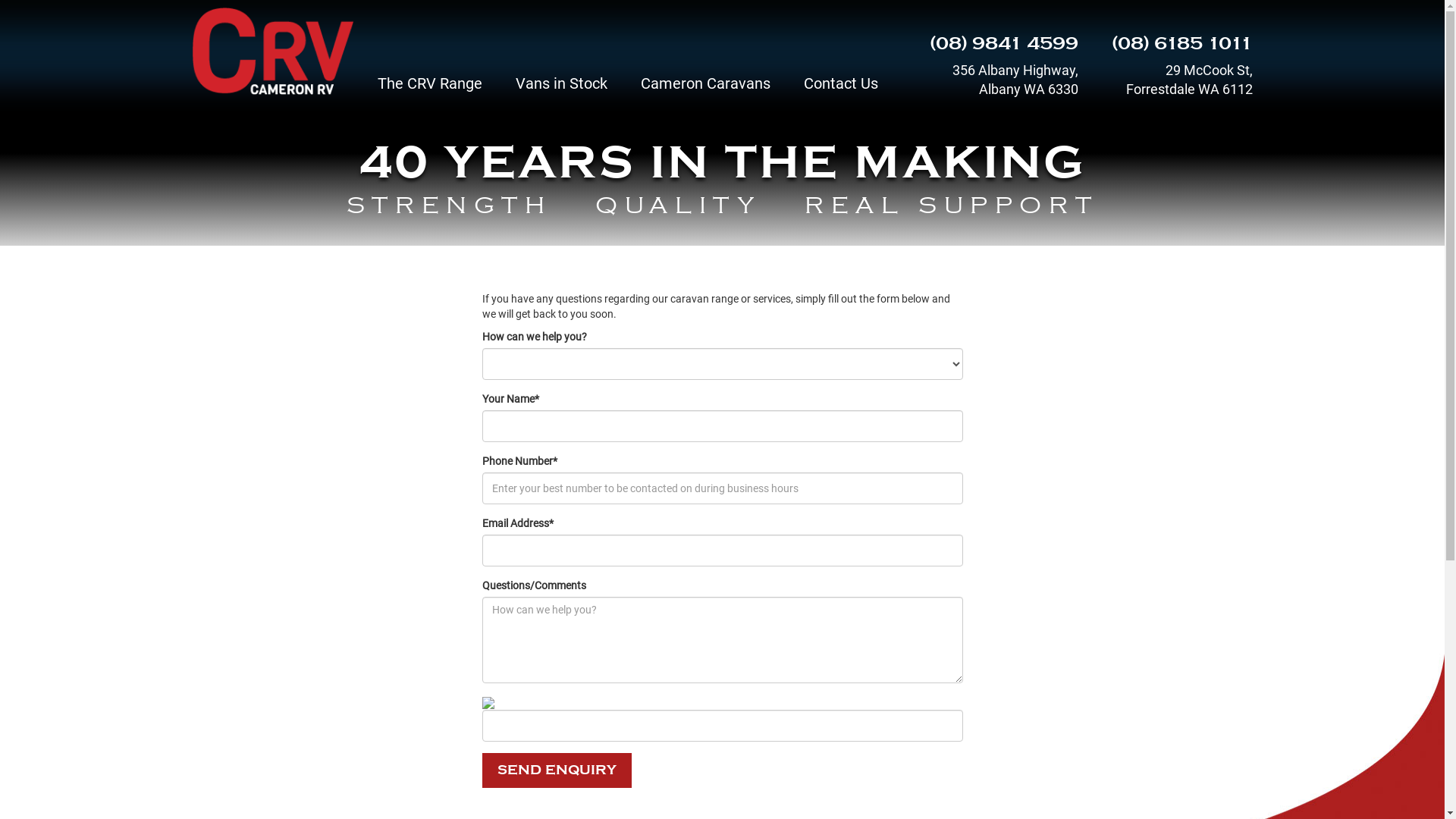 This screenshot has width=1456, height=819. What do you see at coordinates (556, 770) in the screenshot?
I see `'SEND ENQUIRY'` at bounding box center [556, 770].